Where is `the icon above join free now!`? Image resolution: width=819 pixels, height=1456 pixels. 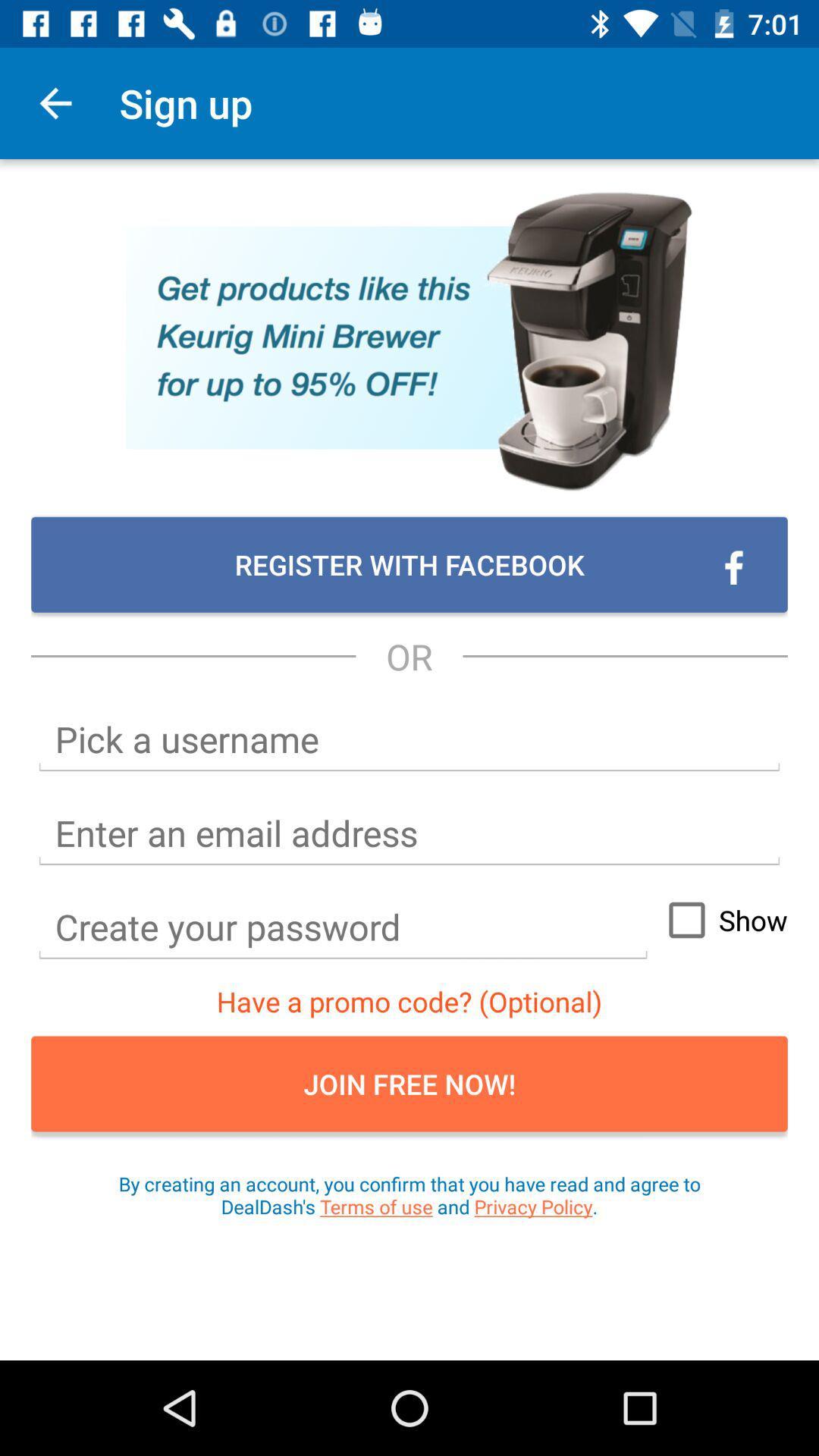
the icon above join free now! is located at coordinates (720, 919).